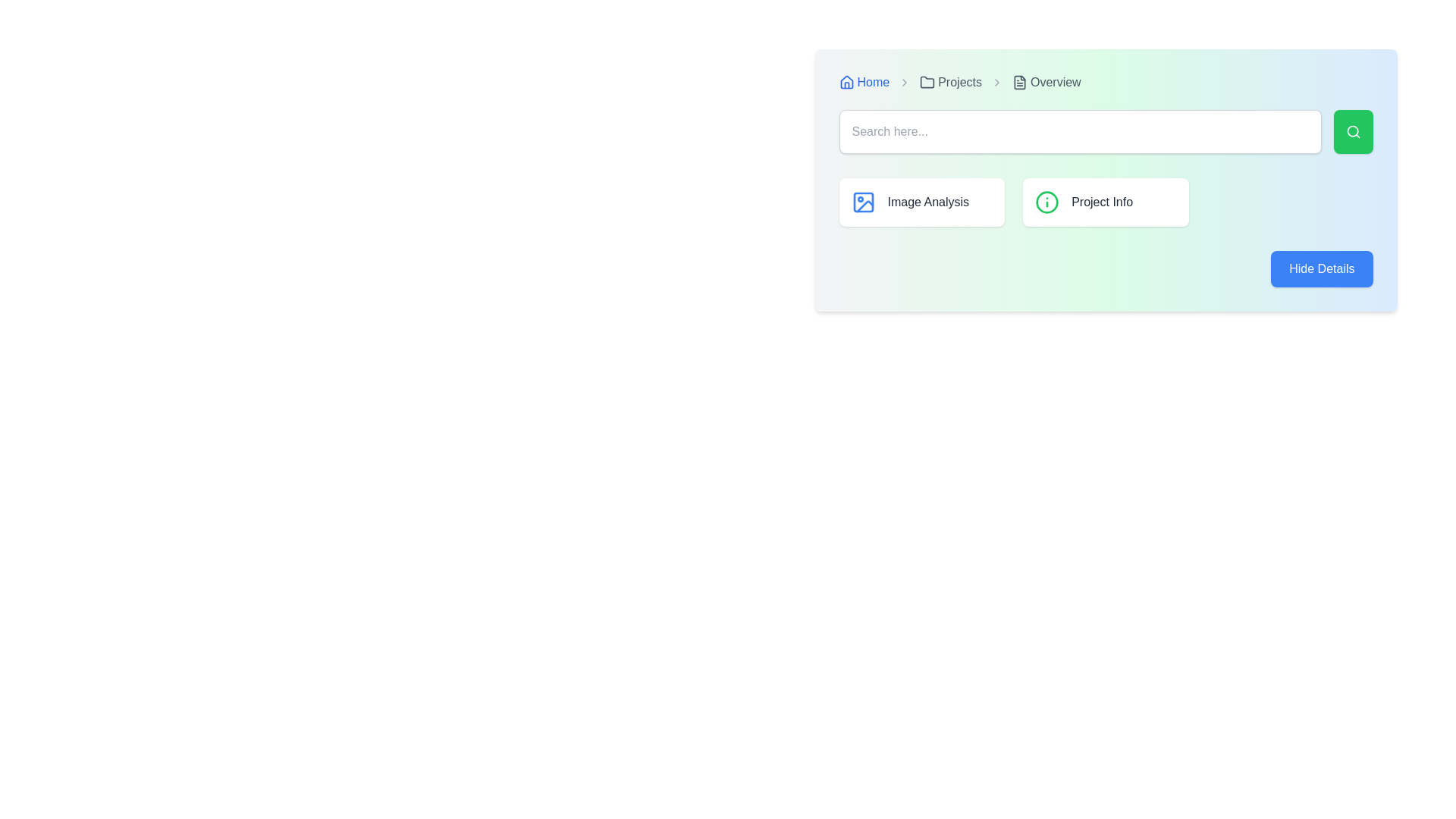 The width and height of the screenshot is (1456, 819). I want to click on the gray right-facing chevron icon that separates 'Home' and 'Projects' in the breadcrumb navigation interface, so click(905, 82).